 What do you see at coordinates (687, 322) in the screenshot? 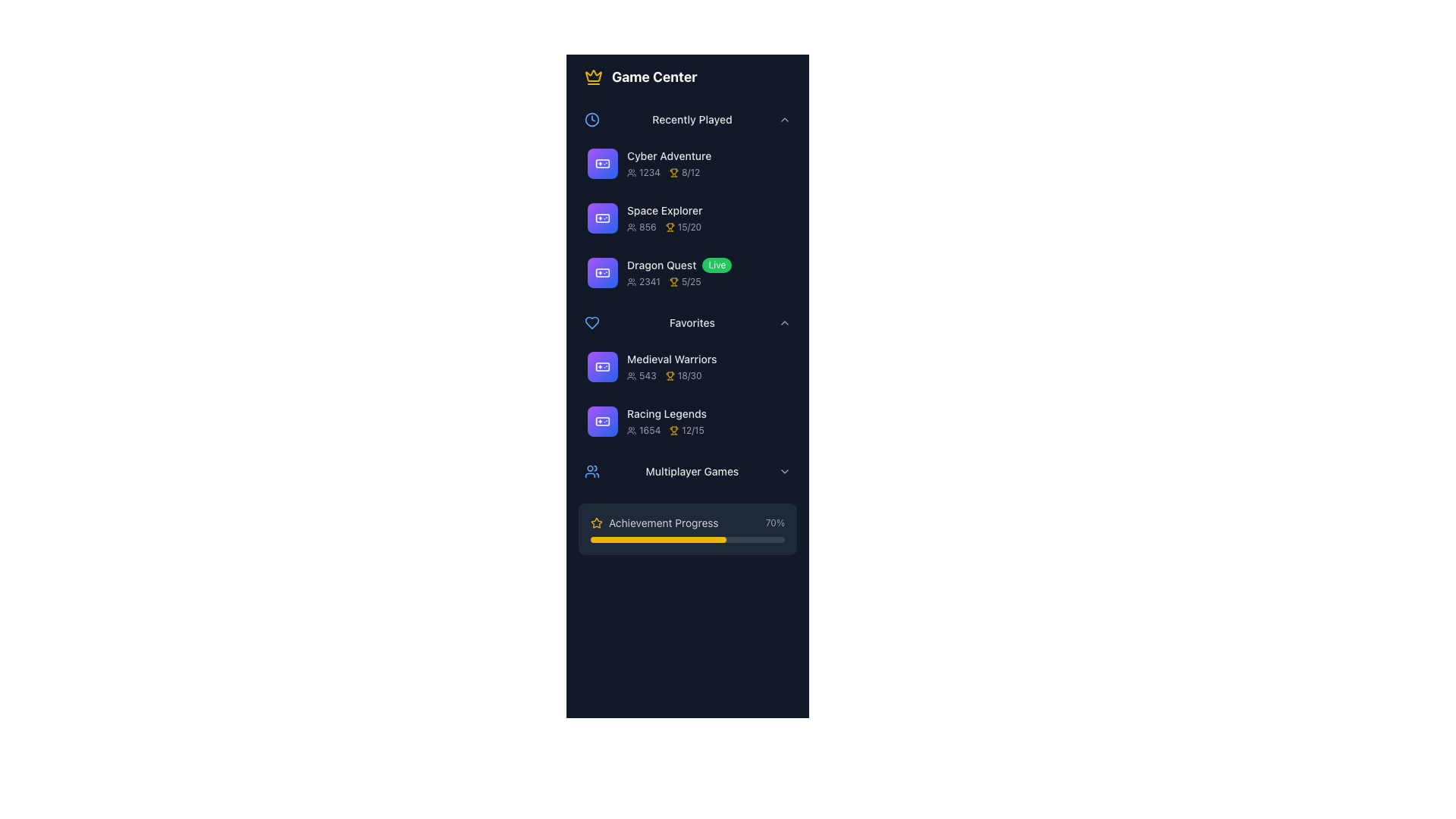
I see `the collapsible button located under the 'Favorites' section` at bounding box center [687, 322].